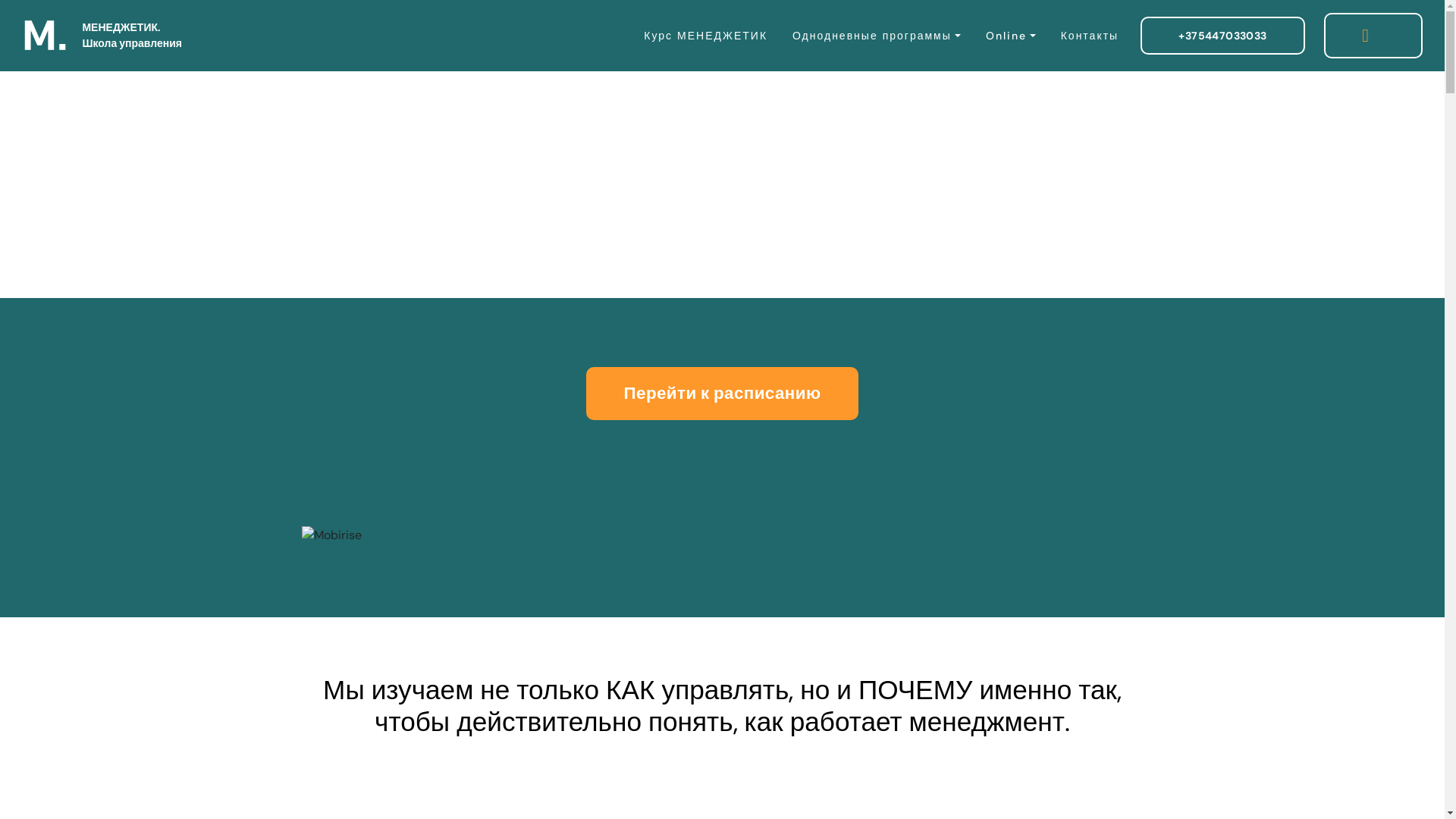 The image size is (1456, 819). What do you see at coordinates (1010, 35) in the screenshot?
I see `'Online'` at bounding box center [1010, 35].